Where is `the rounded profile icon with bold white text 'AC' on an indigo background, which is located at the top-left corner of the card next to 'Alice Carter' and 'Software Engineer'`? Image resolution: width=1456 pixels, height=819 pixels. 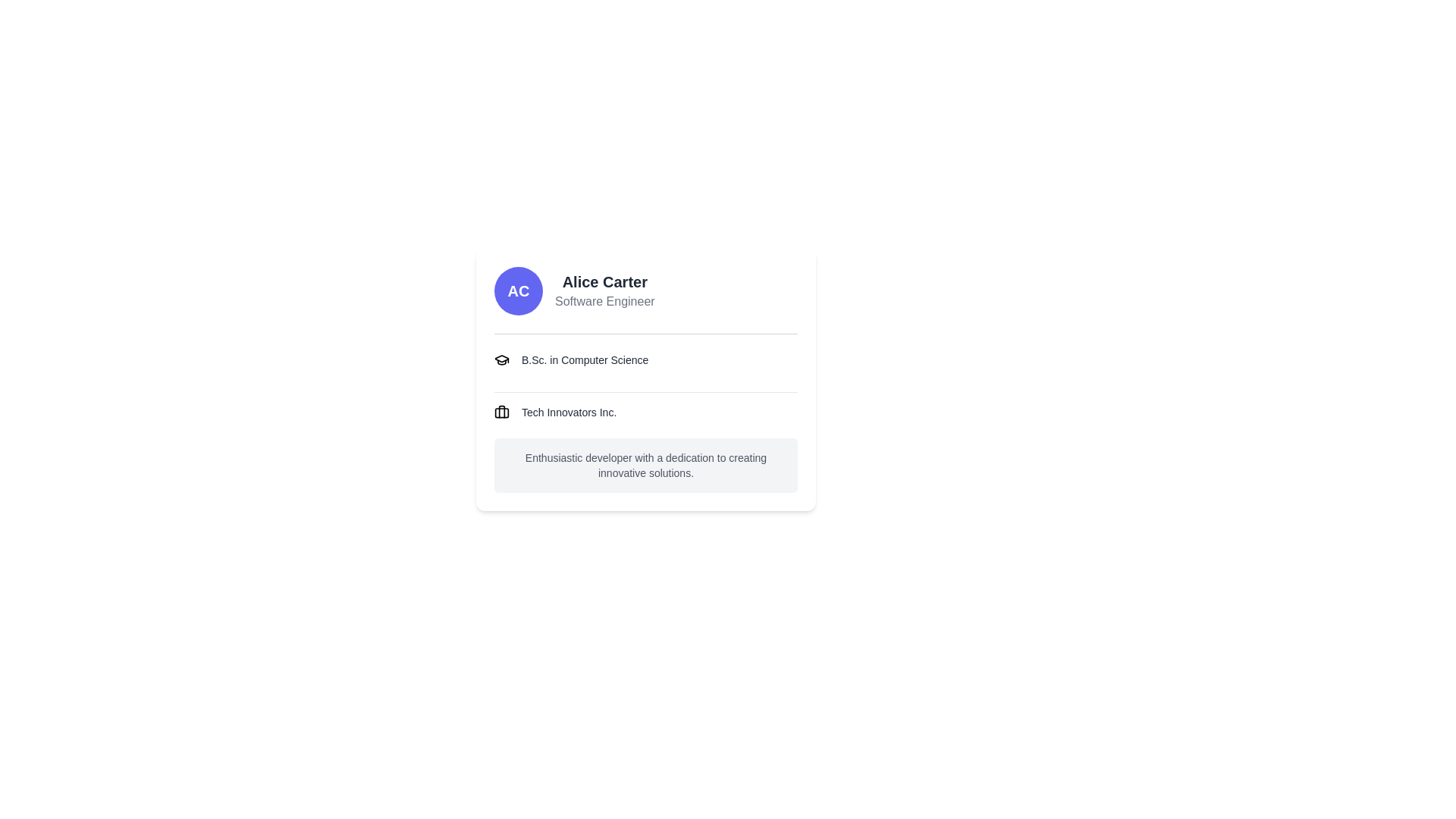
the rounded profile icon with bold white text 'AC' on an indigo background, which is located at the top-left corner of the card next to 'Alice Carter' and 'Software Engineer' is located at coordinates (519, 291).